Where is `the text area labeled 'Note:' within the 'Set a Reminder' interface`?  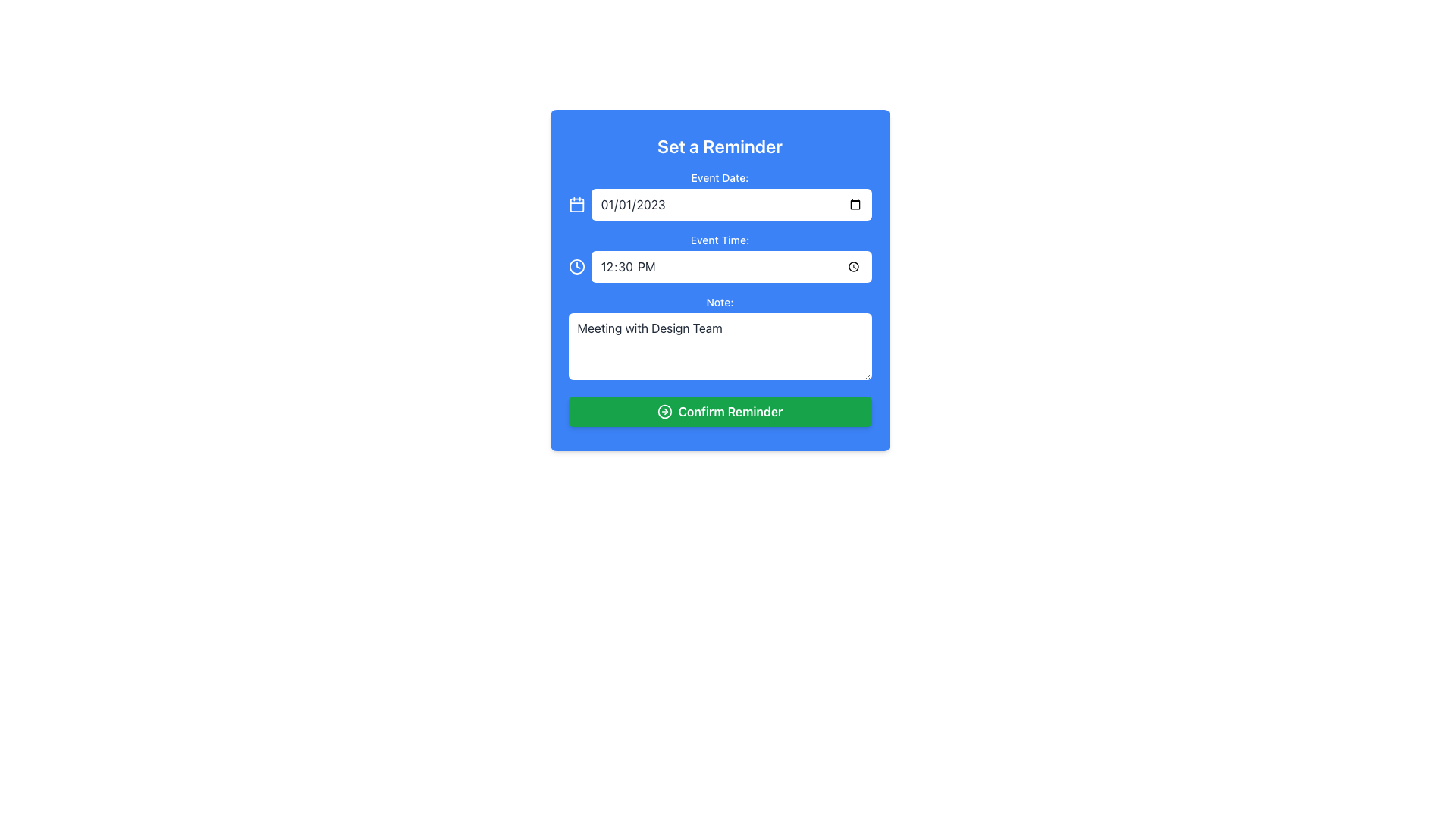 the text area labeled 'Note:' within the 'Set a Reminder' interface is located at coordinates (719, 338).